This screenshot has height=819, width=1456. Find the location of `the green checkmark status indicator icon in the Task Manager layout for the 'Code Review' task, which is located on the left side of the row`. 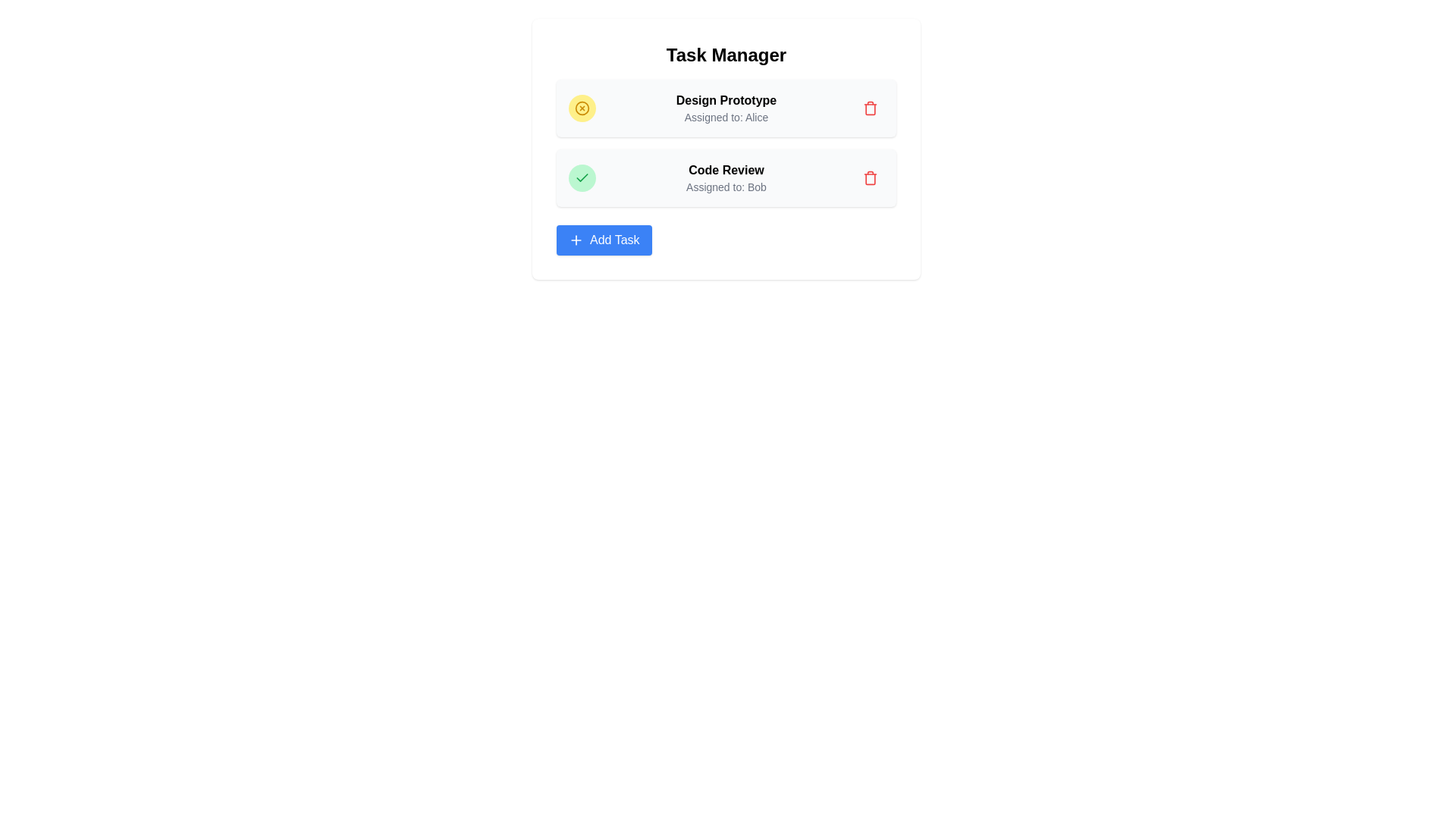

the green checkmark status indicator icon in the Task Manager layout for the 'Code Review' task, which is located on the left side of the row is located at coordinates (582, 177).